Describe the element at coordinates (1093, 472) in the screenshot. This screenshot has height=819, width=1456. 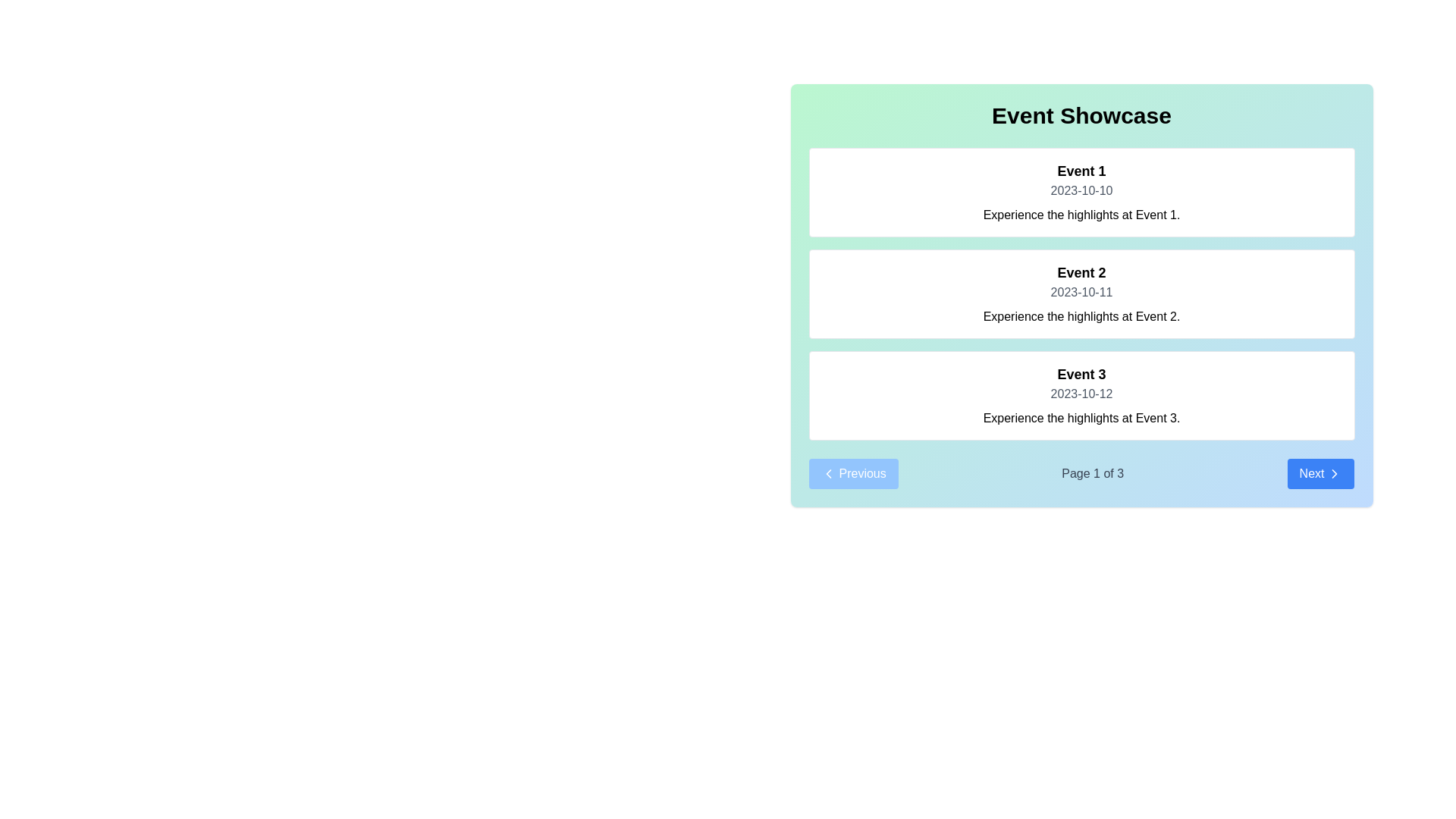
I see `the text element that displays the current page number and total number of pages, which is centrally located in the navigation bar between the 'Previous' and 'Next' buttons` at that location.